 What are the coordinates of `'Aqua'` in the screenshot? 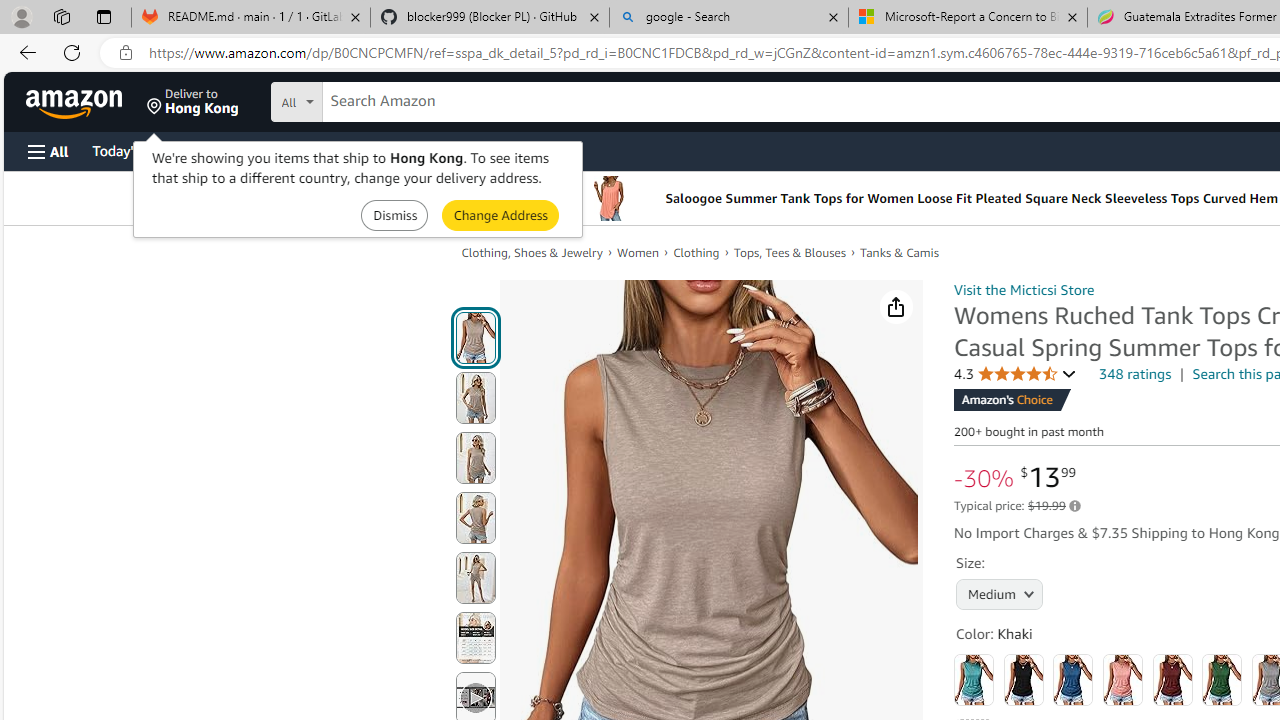 It's located at (974, 679).